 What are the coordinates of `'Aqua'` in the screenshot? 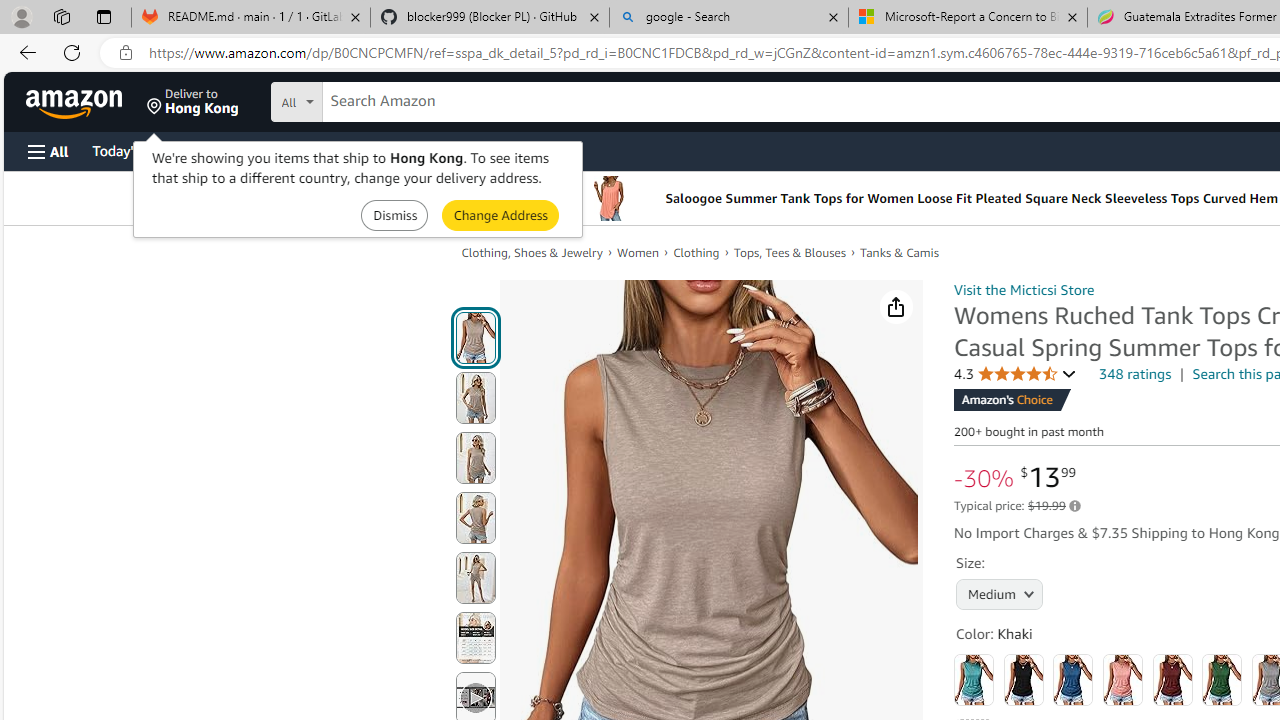 It's located at (974, 679).